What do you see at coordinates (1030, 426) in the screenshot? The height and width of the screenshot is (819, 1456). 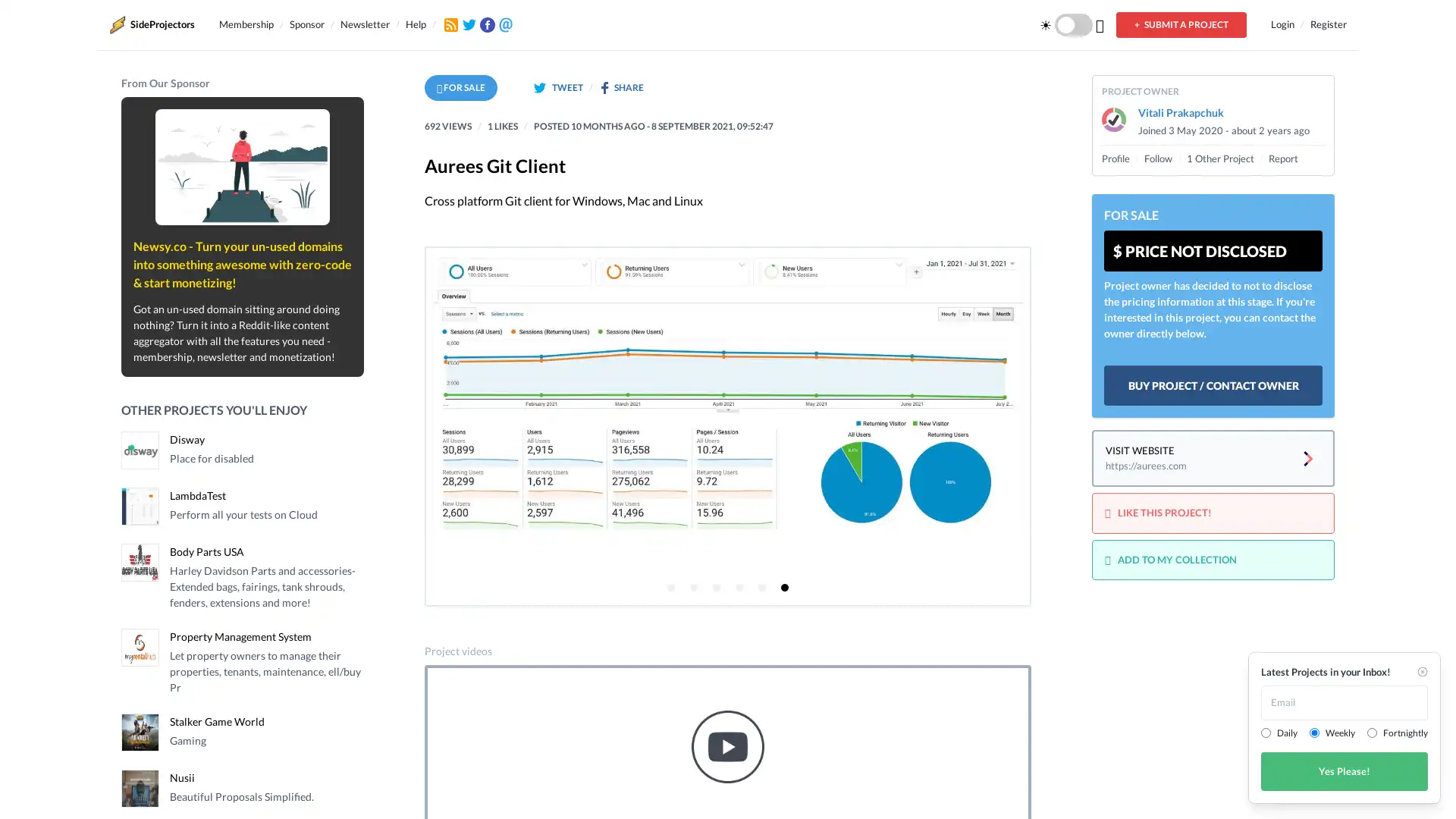 I see `Next page` at bounding box center [1030, 426].